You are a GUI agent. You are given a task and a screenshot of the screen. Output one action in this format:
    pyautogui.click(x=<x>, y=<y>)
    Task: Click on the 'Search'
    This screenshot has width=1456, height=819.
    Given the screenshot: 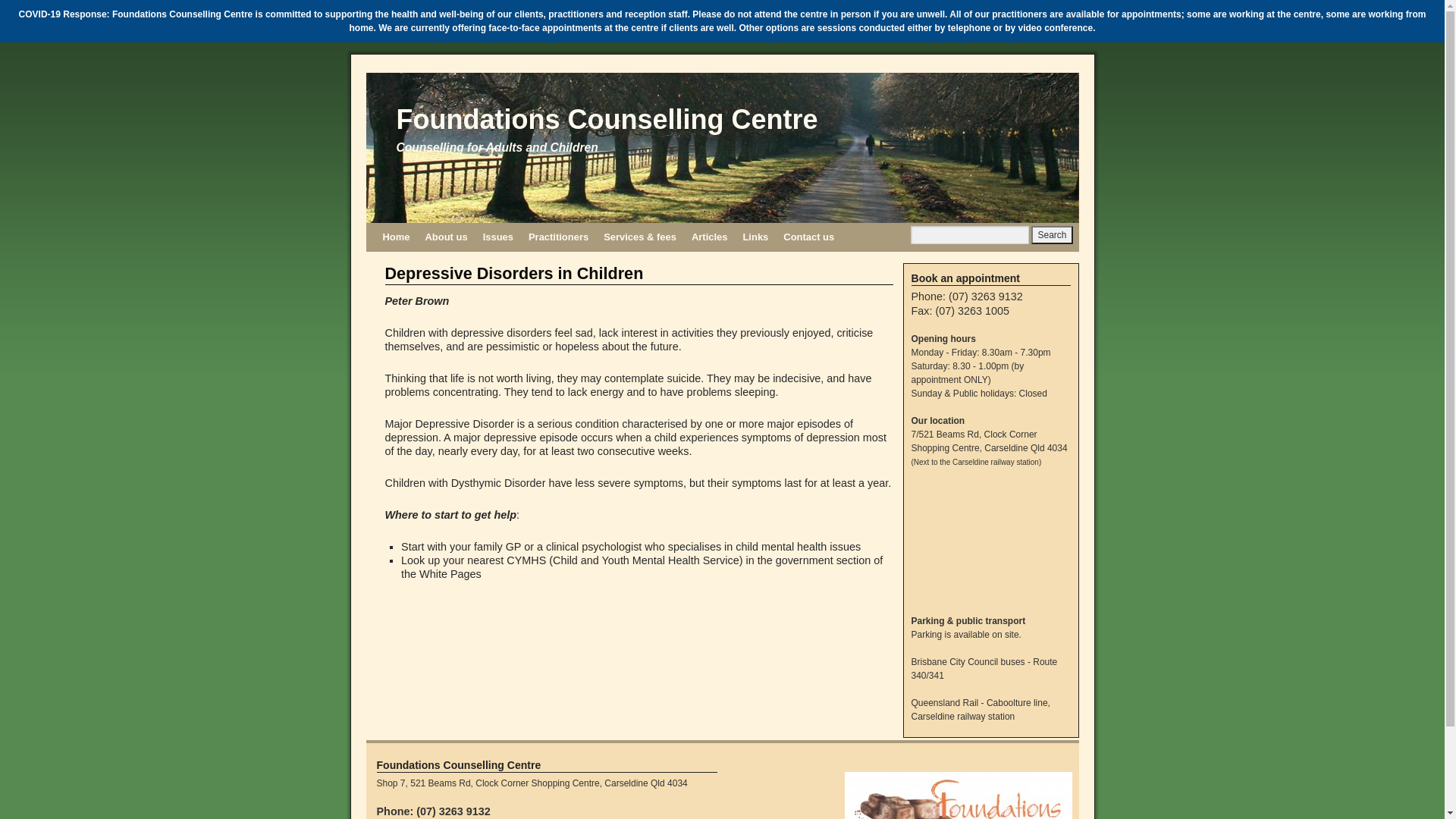 What is the action you would take?
    pyautogui.click(x=1051, y=234)
    